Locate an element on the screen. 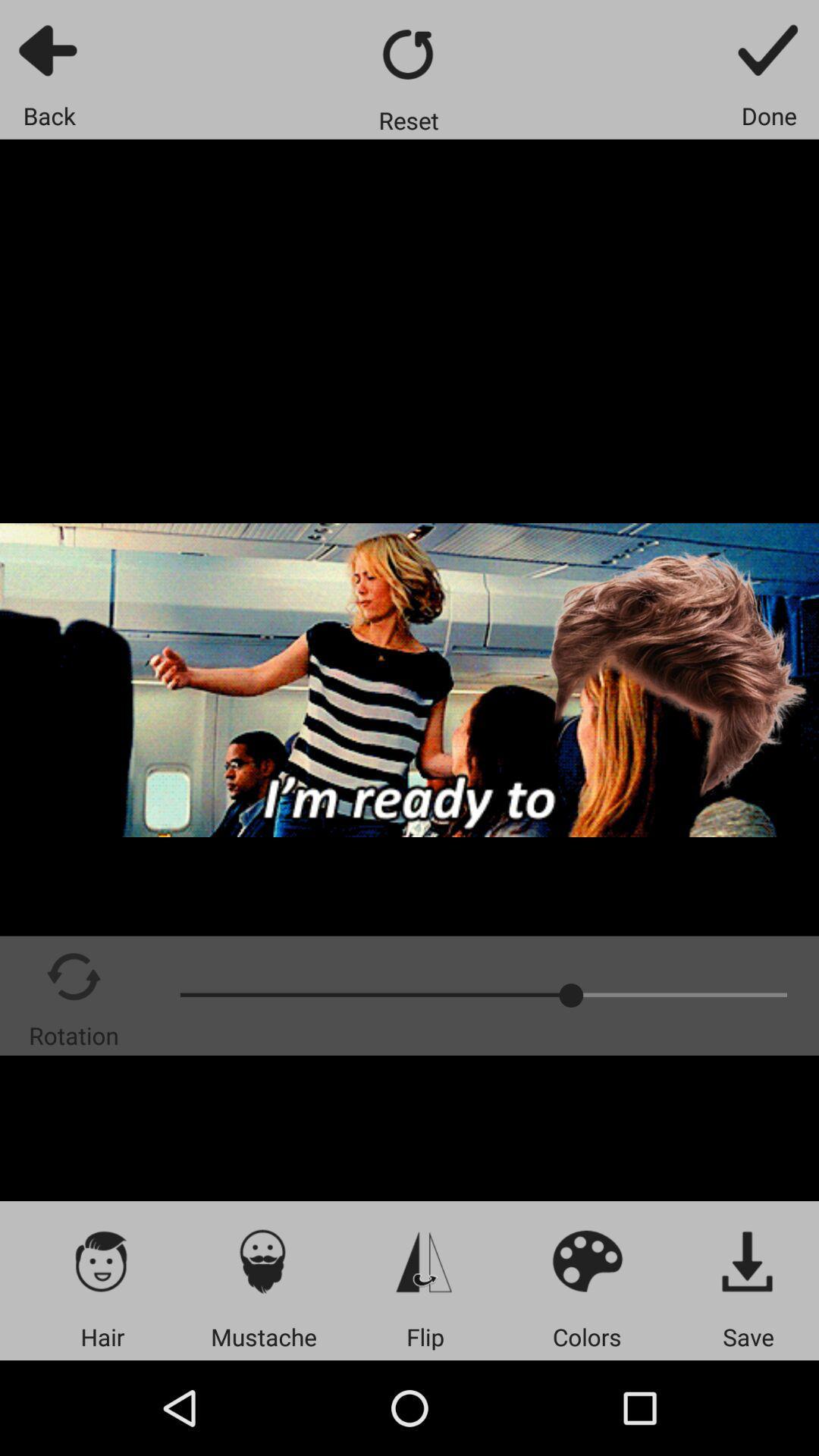  content is located at coordinates (748, 1260).